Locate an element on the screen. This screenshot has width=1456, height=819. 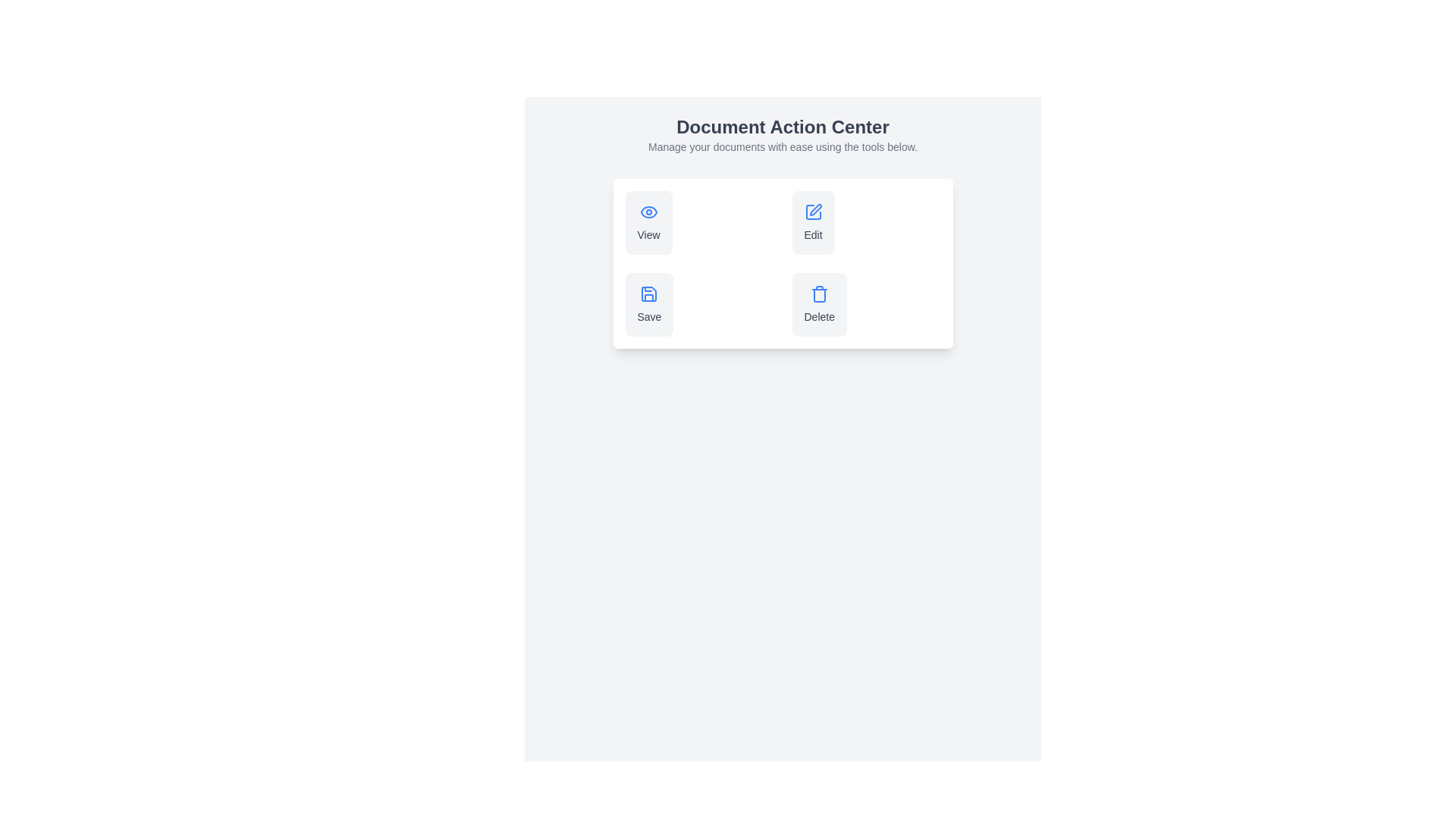
the delete button located at the bottom-right corner of the grid is located at coordinates (866, 304).